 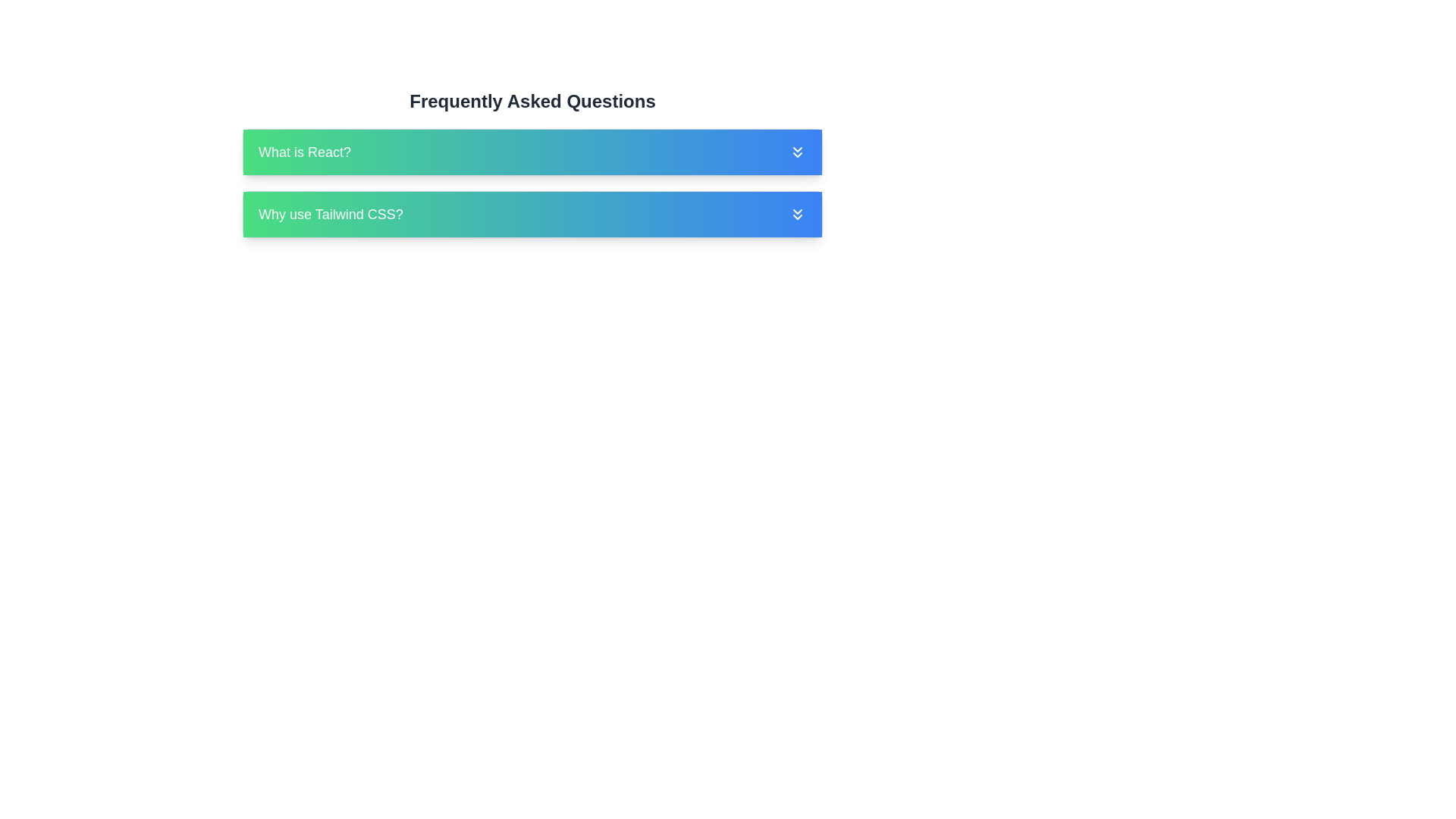 What do you see at coordinates (532, 152) in the screenshot?
I see `the Collapsible Section Header labeled 'What is React?' for interaction by moving the cursor to its center point` at bounding box center [532, 152].